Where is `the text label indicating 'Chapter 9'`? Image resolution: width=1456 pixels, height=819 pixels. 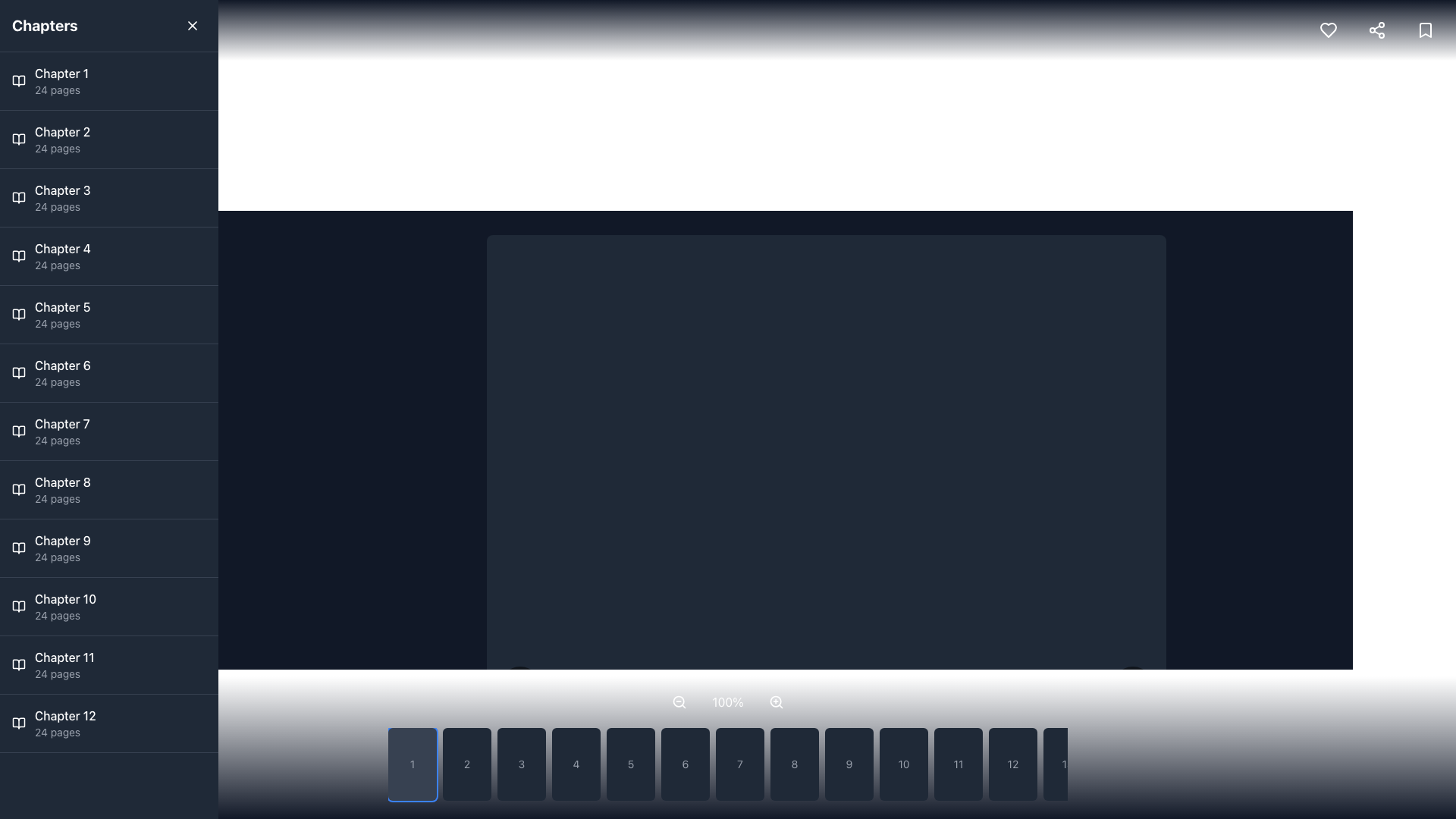
the text label indicating 'Chapter 9' is located at coordinates (61, 540).